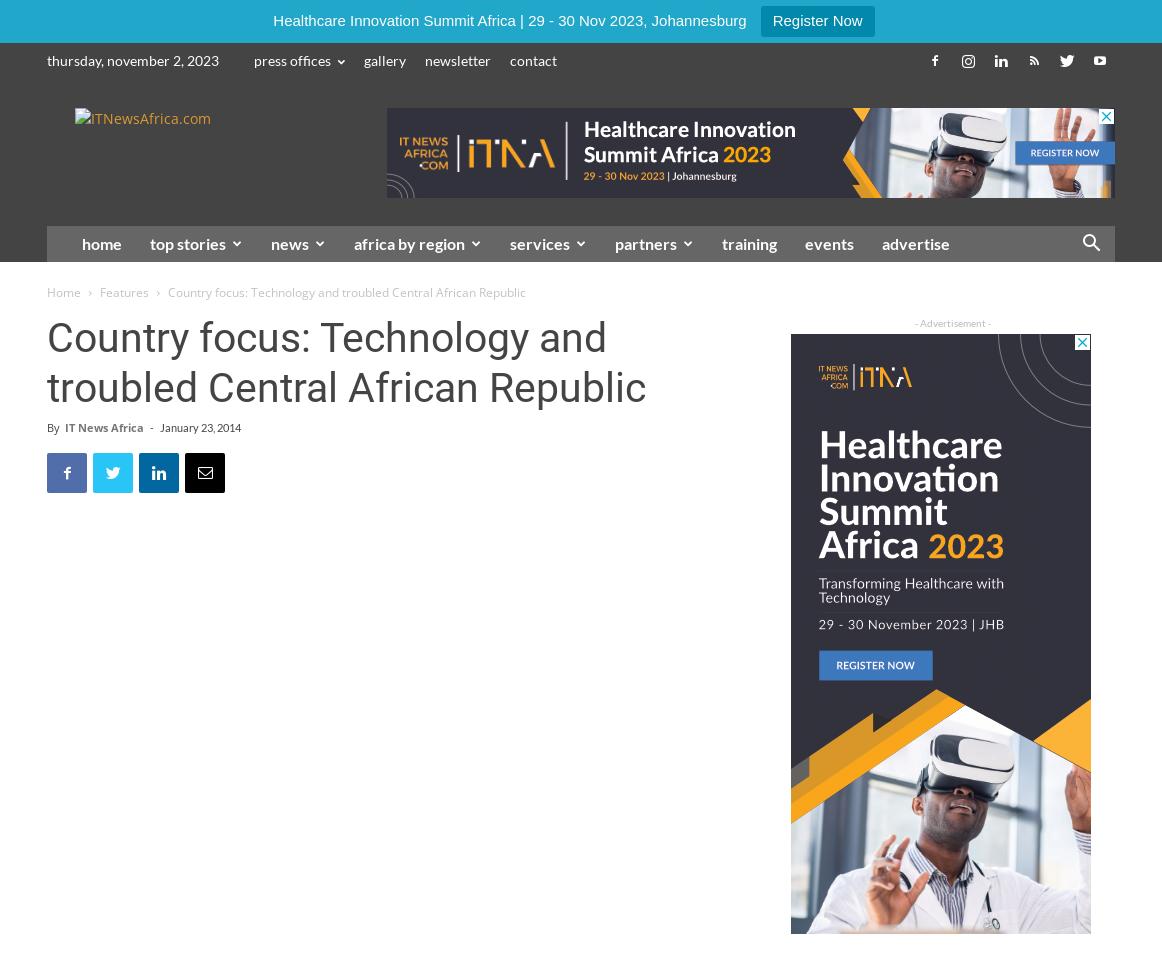 Image resolution: width=1162 pixels, height=979 pixels. What do you see at coordinates (52, 427) in the screenshot?
I see `'By'` at bounding box center [52, 427].